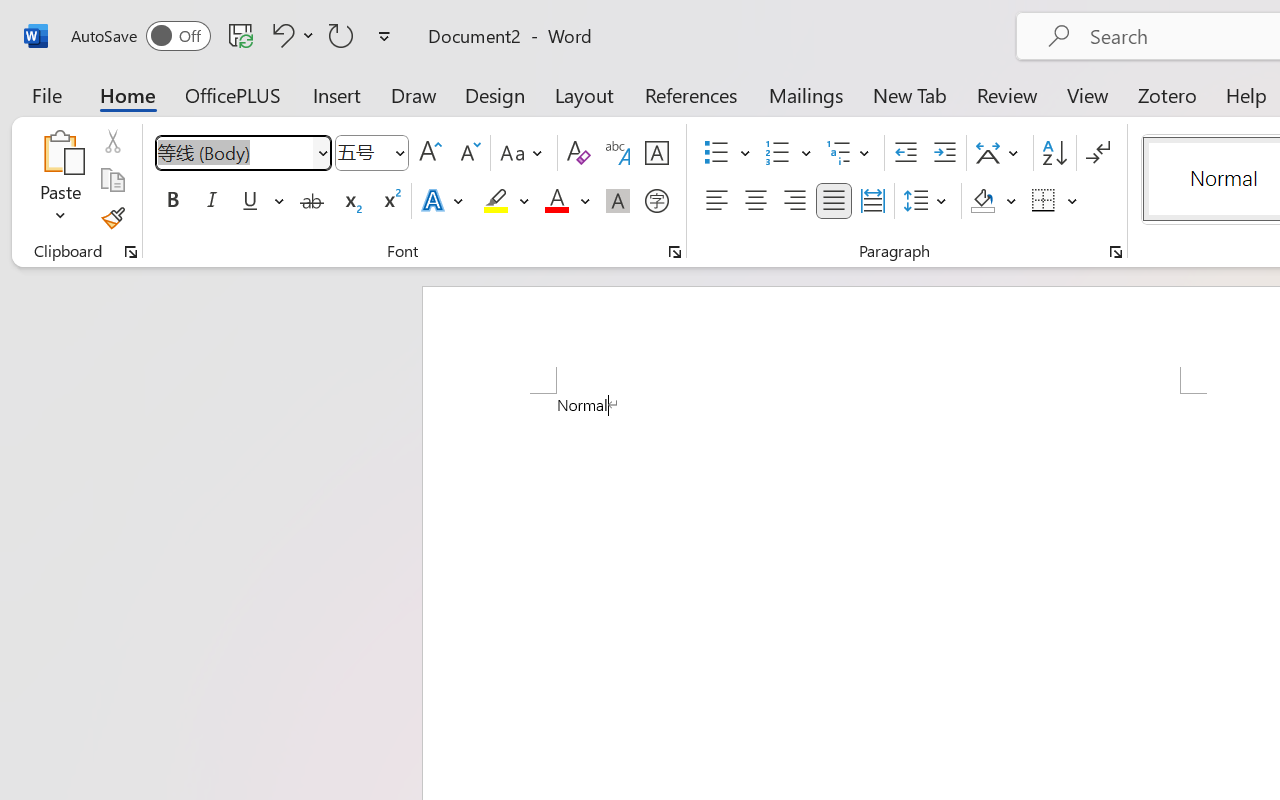  What do you see at coordinates (390, 201) in the screenshot?
I see `'Superscript'` at bounding box center [390, 201].